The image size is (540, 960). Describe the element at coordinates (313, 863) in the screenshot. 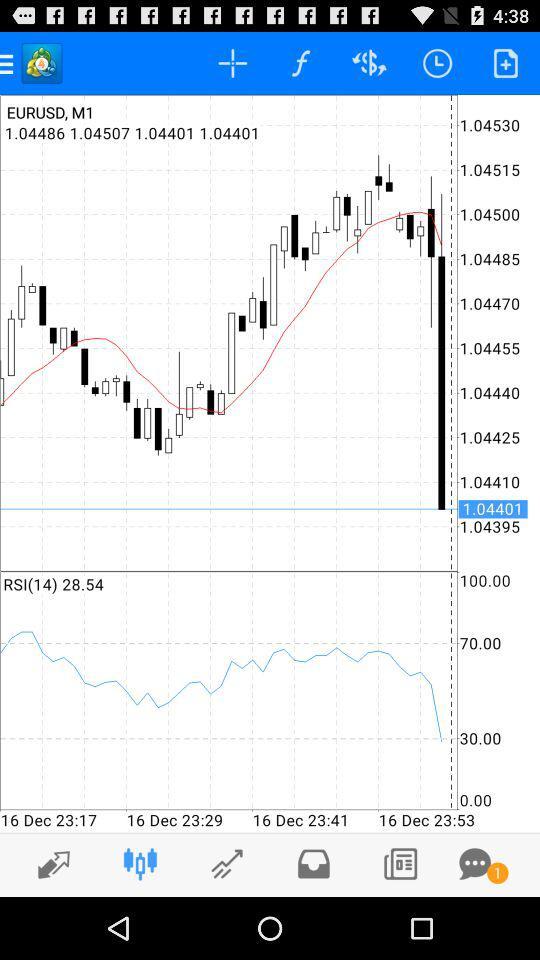

I see `check inbox` at that location.